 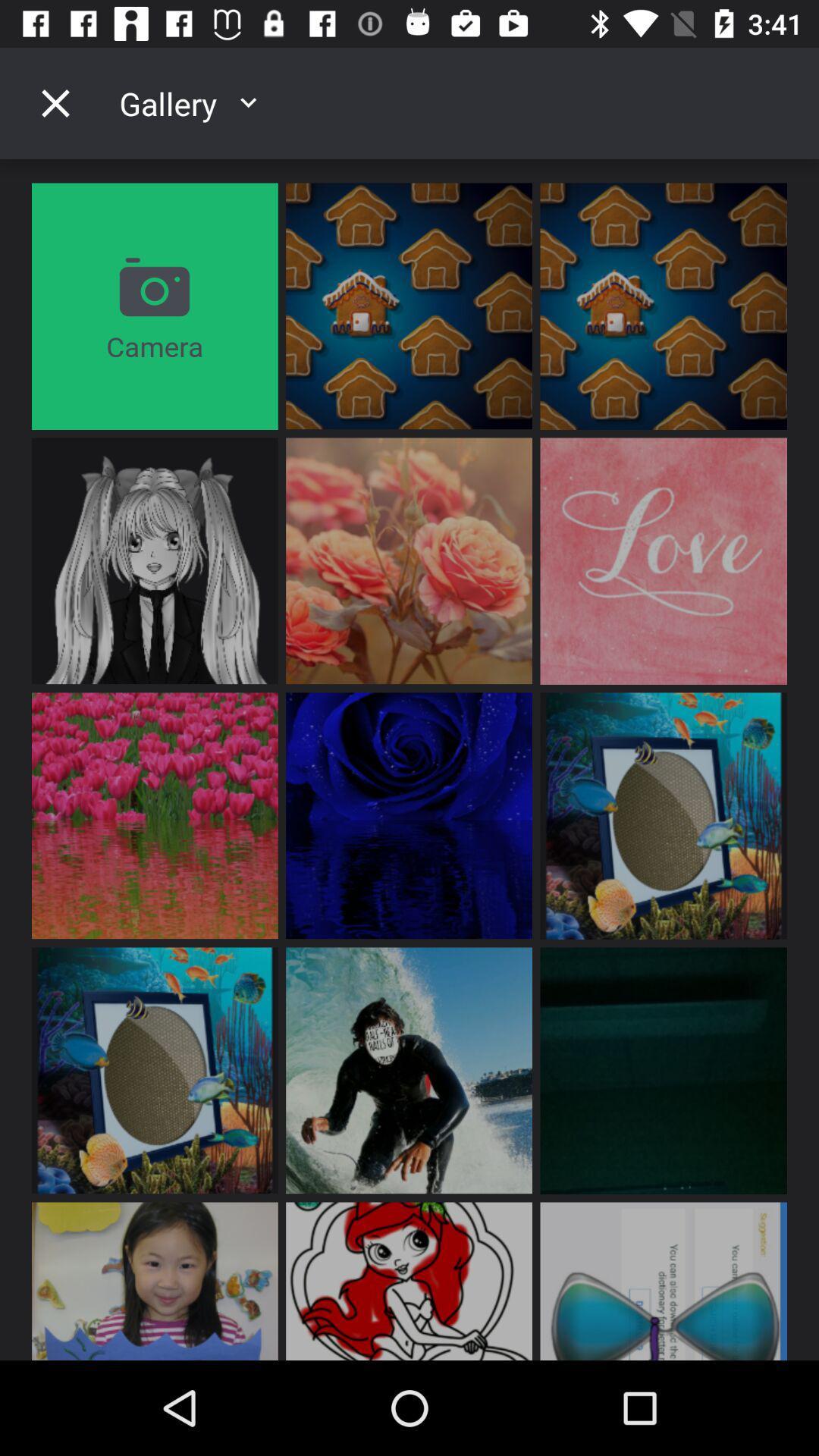 I want to click on exits gallery, so click(x=55, y=102).